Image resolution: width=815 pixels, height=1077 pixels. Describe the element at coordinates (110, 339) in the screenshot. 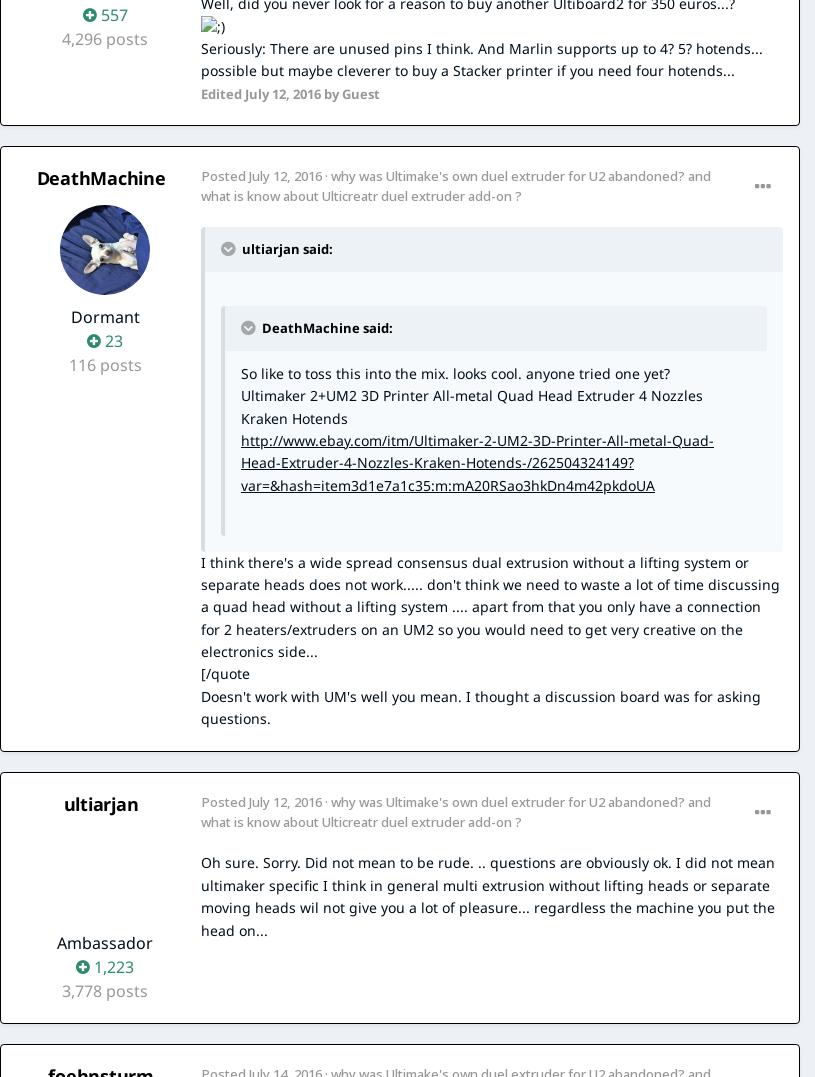

I see `'23'` at that location.